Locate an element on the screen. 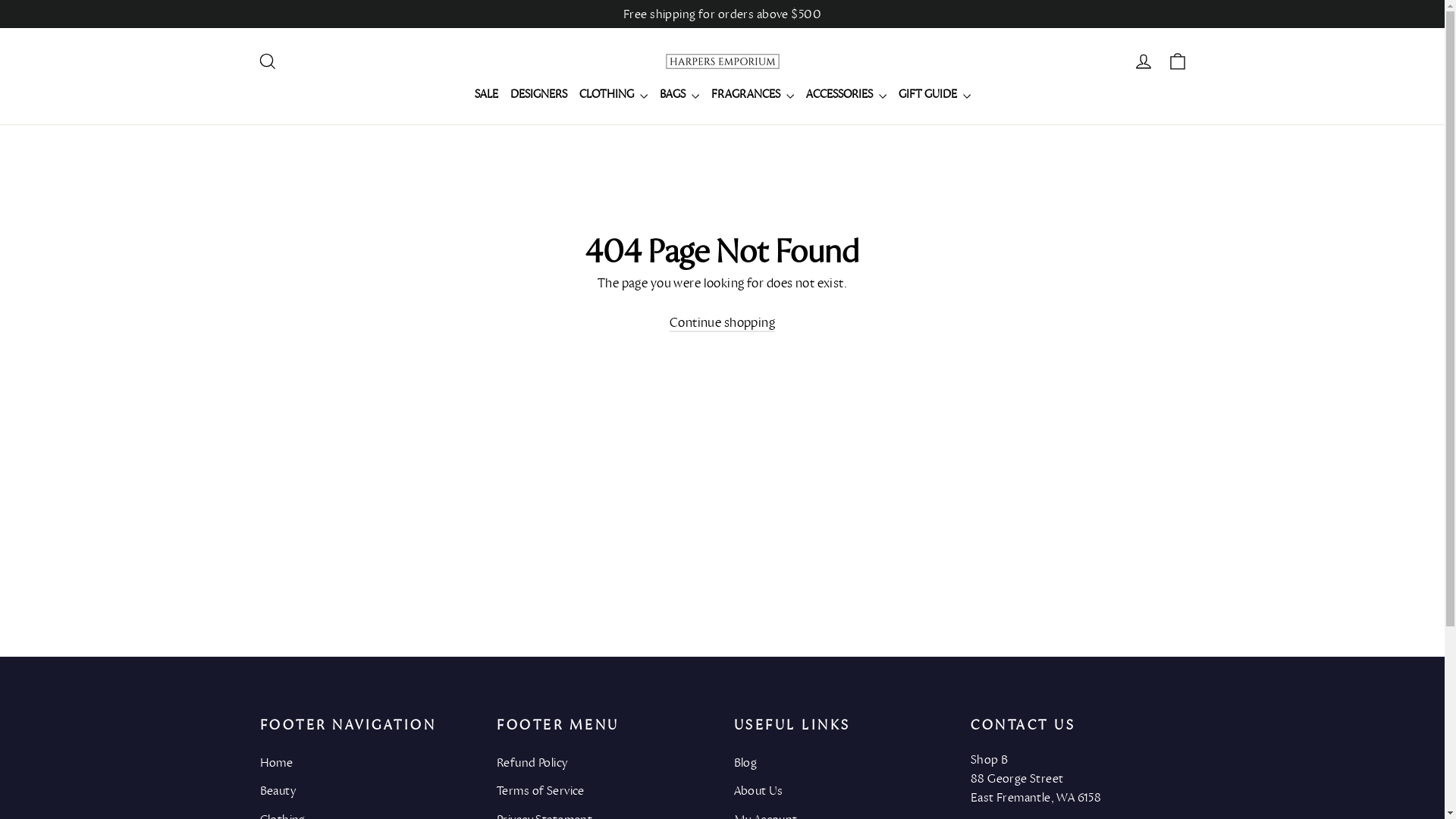  'Skip to content' is located at coordinates (0, 0).